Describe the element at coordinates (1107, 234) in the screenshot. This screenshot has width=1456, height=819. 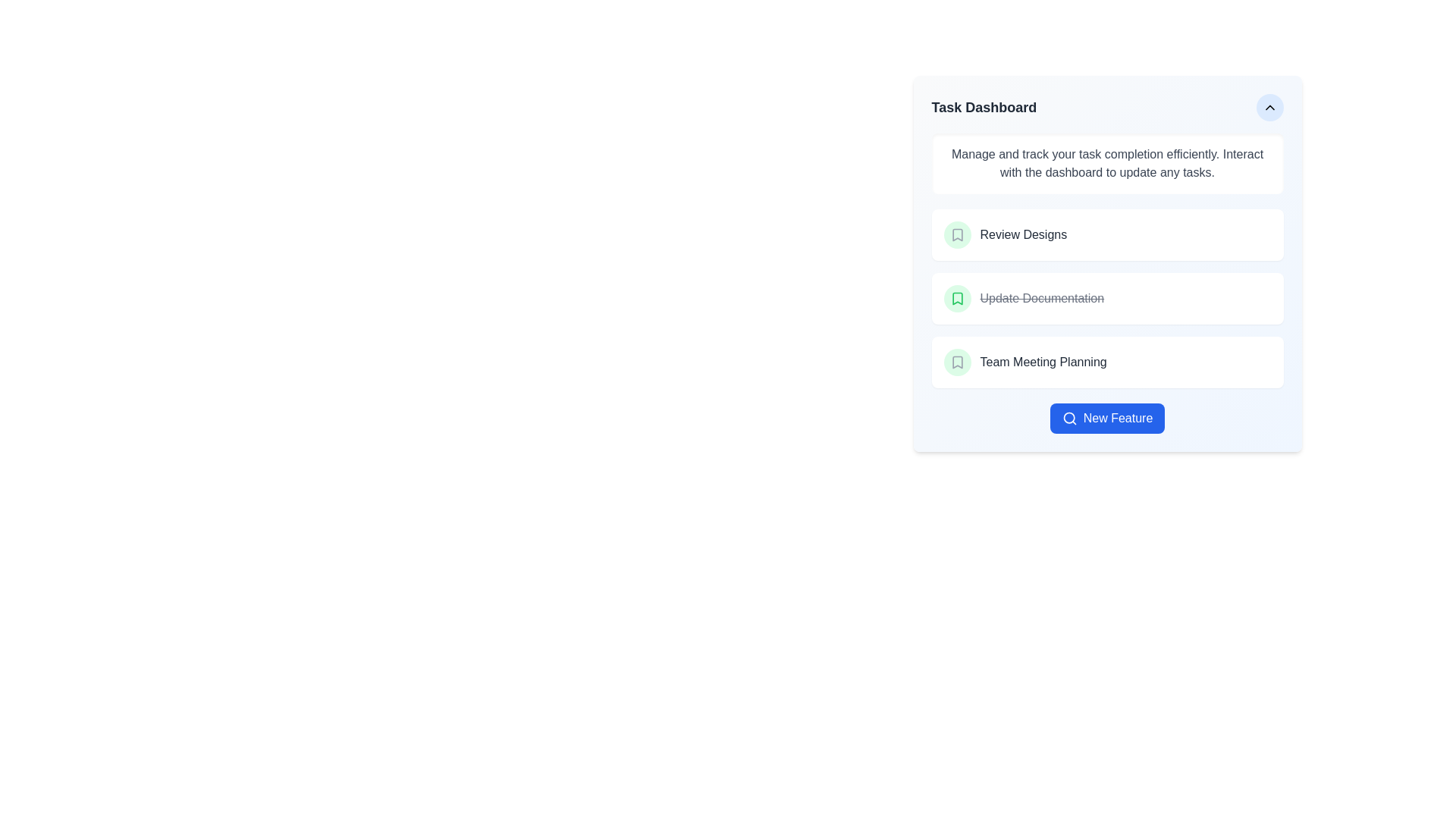
I see `the 'Review Designs' list item in the task dashboard` at that location.